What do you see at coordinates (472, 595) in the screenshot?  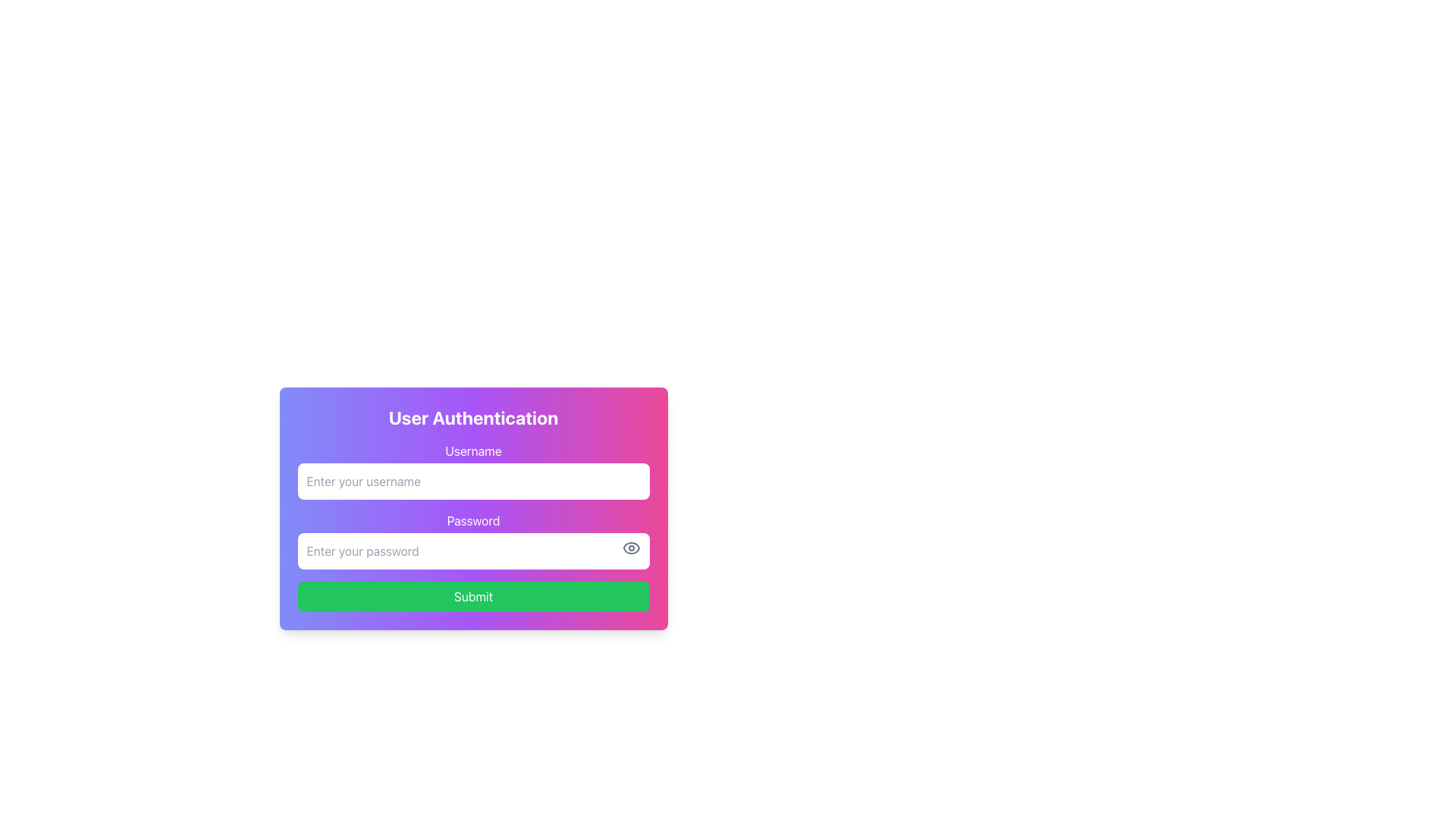 I see `the Submit button located at the bottom of the user authentication form` at bounding box center [472, 595].